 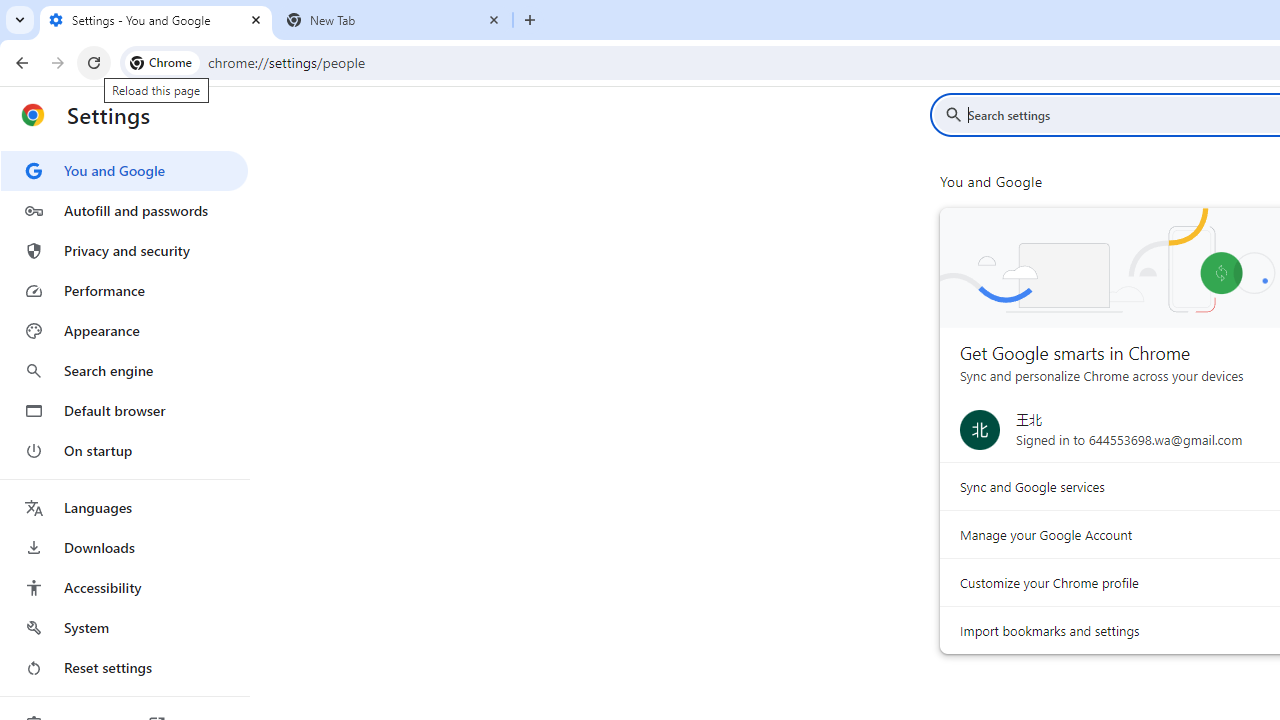 What do you see at coordinates (123, 506) in the screenshot?
I see `'Languages'` at bounding box center [123, 506].